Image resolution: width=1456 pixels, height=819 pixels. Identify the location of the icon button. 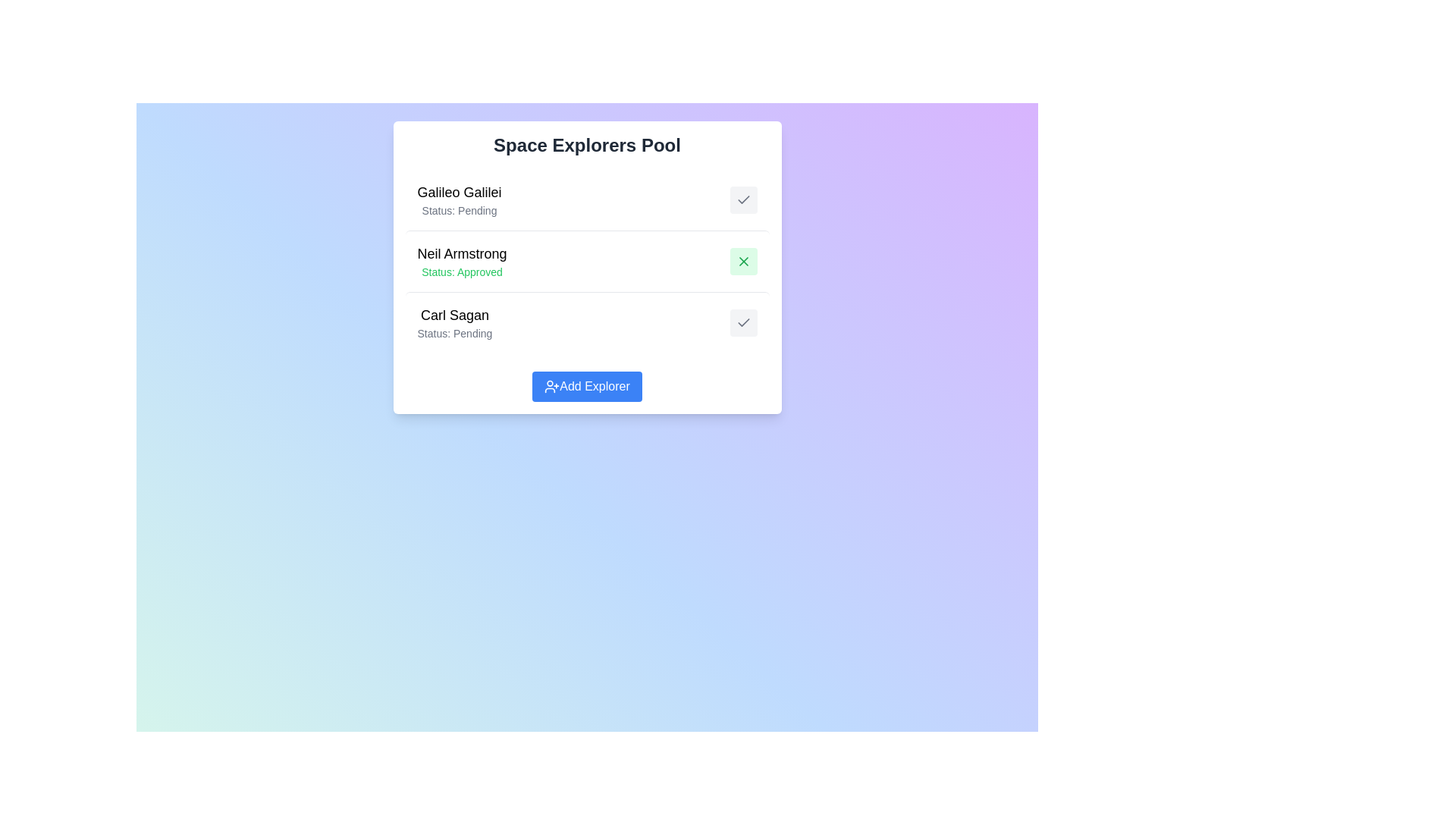
(743, 260).